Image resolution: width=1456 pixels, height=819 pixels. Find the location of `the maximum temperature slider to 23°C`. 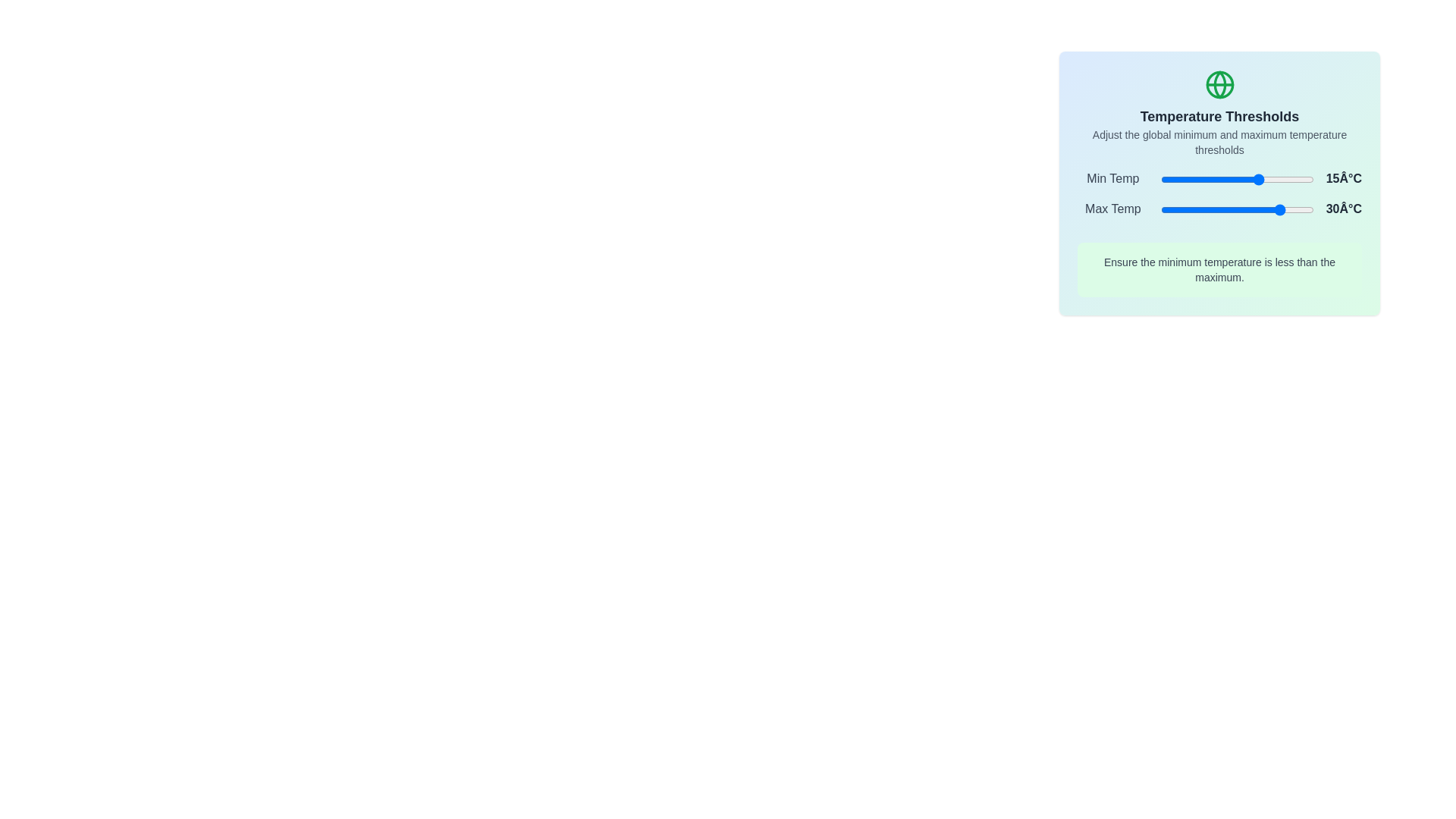

the maximum temperature slider to 23°C is located at coordinates (1272, 210).